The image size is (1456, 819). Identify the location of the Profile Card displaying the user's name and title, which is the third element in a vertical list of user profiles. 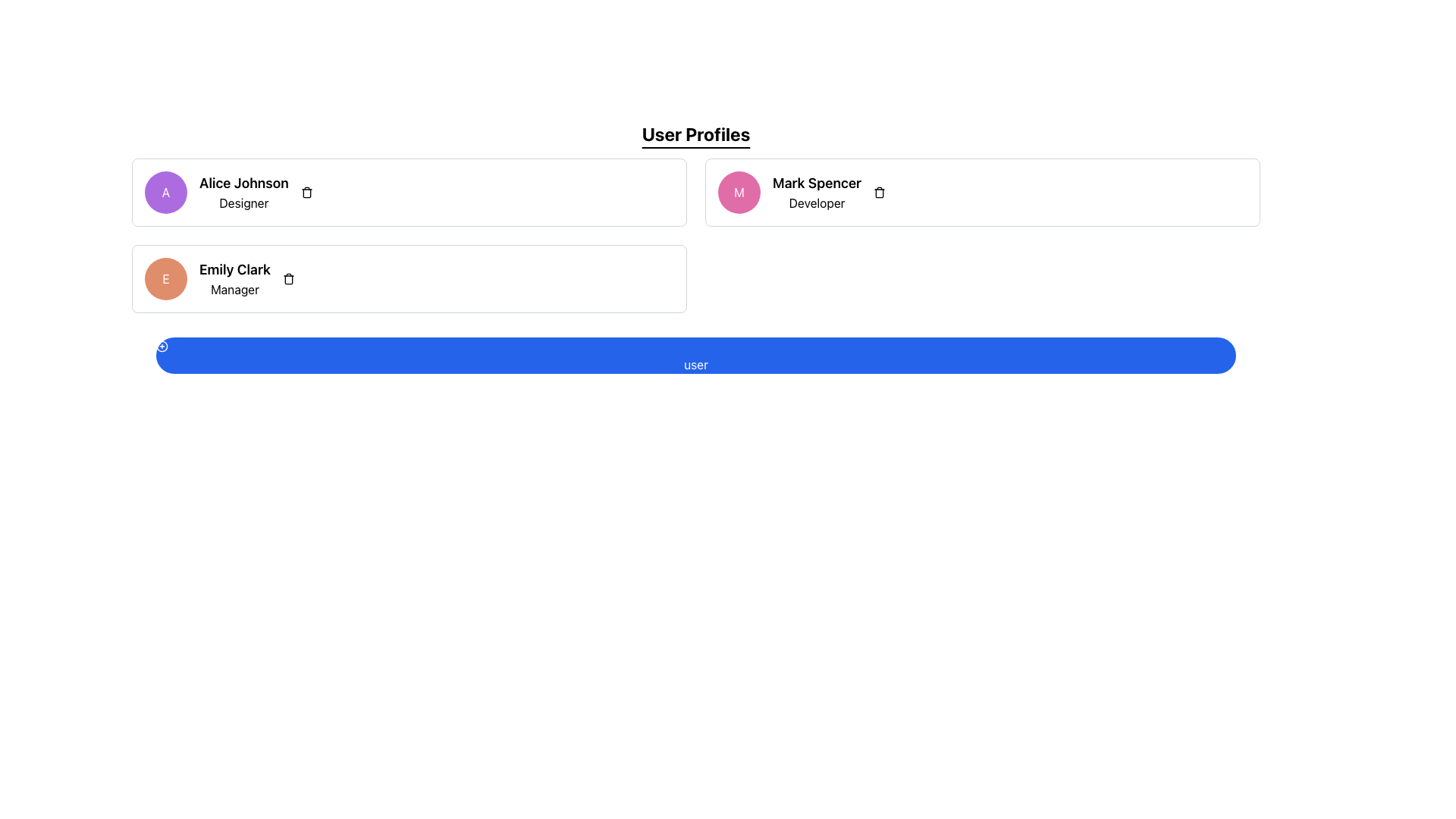
(409, 278).